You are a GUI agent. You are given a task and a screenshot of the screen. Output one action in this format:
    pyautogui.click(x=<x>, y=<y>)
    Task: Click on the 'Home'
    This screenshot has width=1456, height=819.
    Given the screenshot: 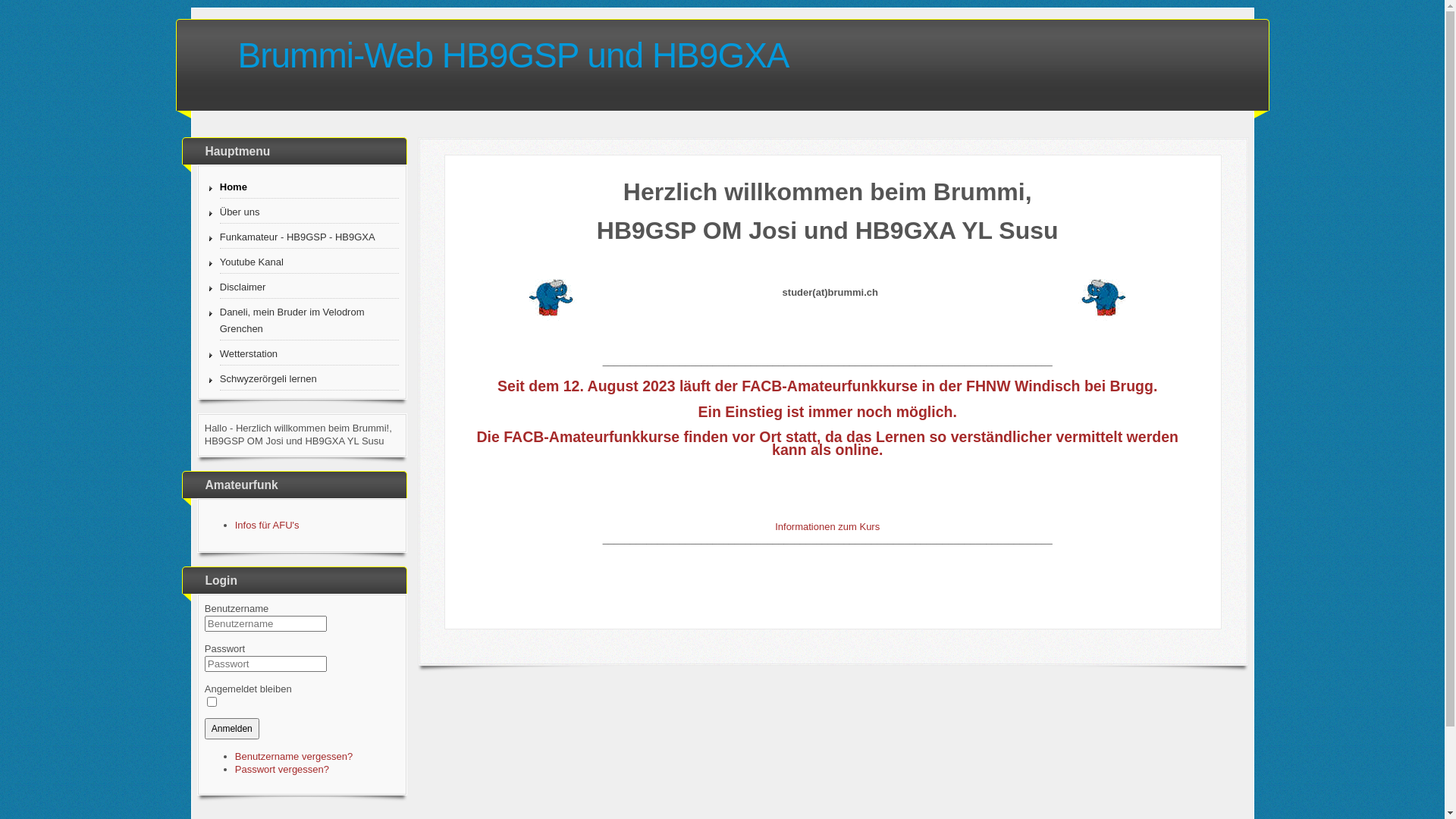 What is the action you would take?
    pyautogui.click(x=218, y=187)
    